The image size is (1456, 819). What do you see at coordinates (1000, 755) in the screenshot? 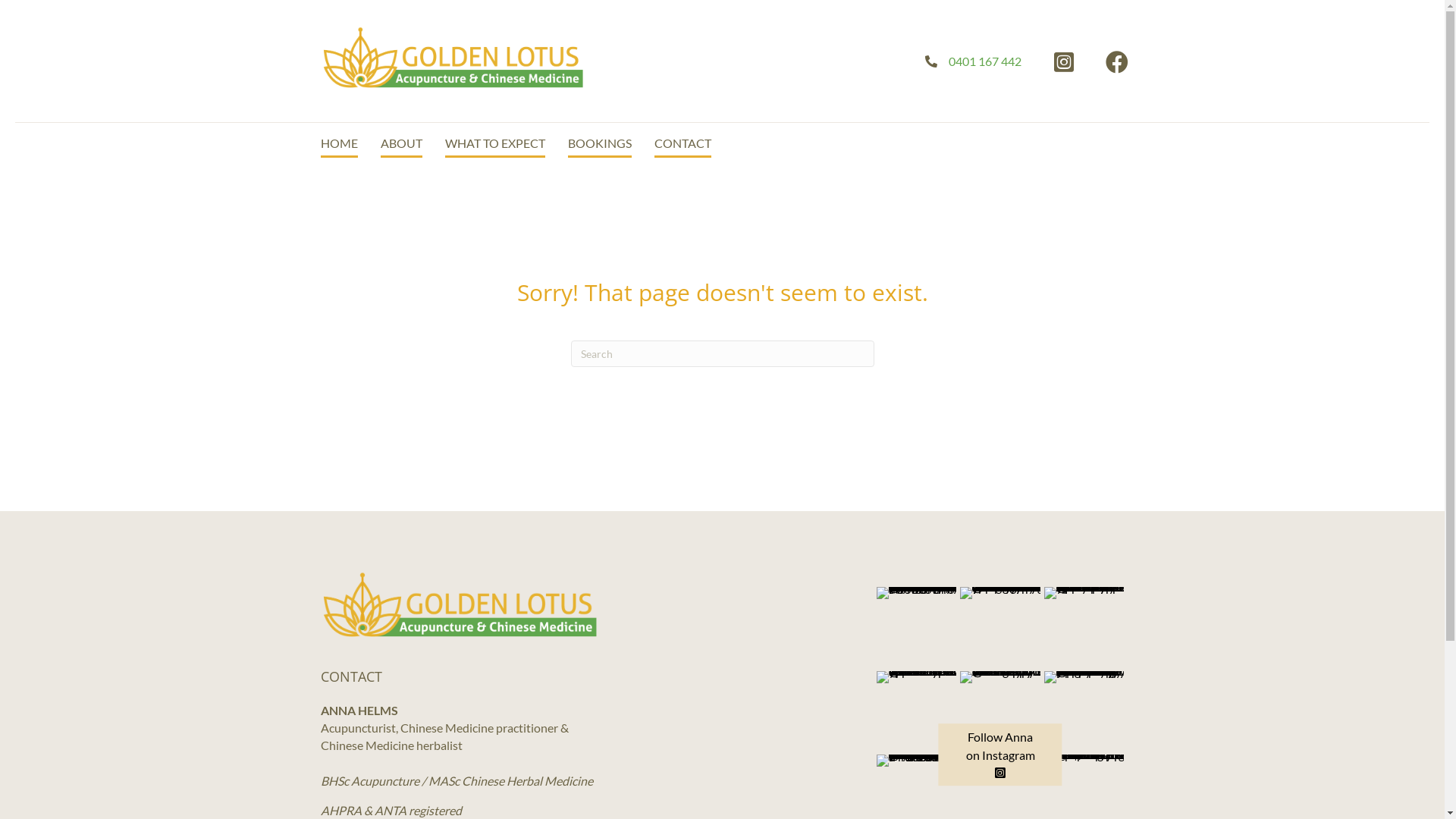
I see `'Follow Anna on Instagram'` at bounding box center [1000, 755].